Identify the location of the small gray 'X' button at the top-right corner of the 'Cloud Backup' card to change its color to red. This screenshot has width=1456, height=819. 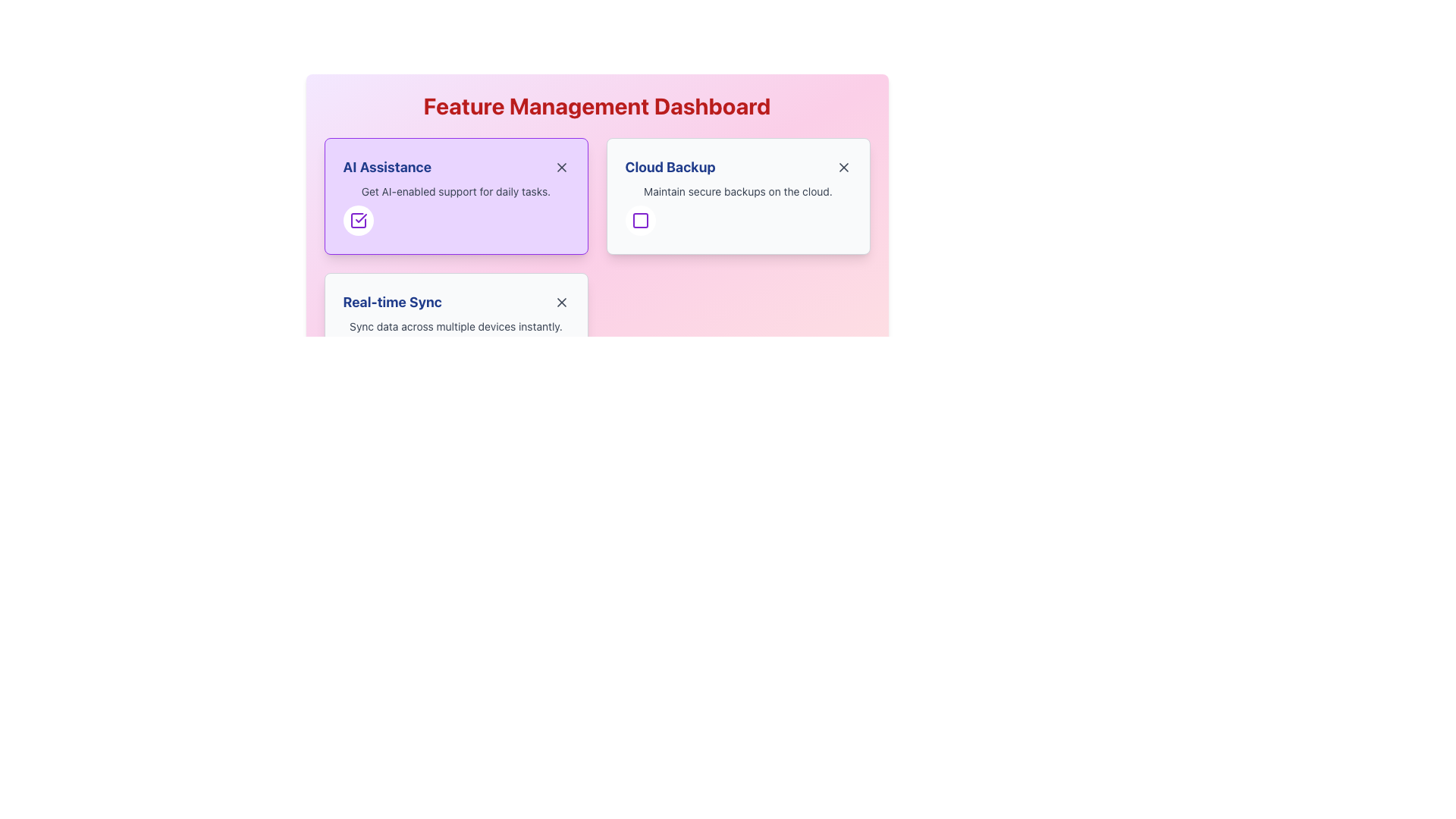
(843, 167).